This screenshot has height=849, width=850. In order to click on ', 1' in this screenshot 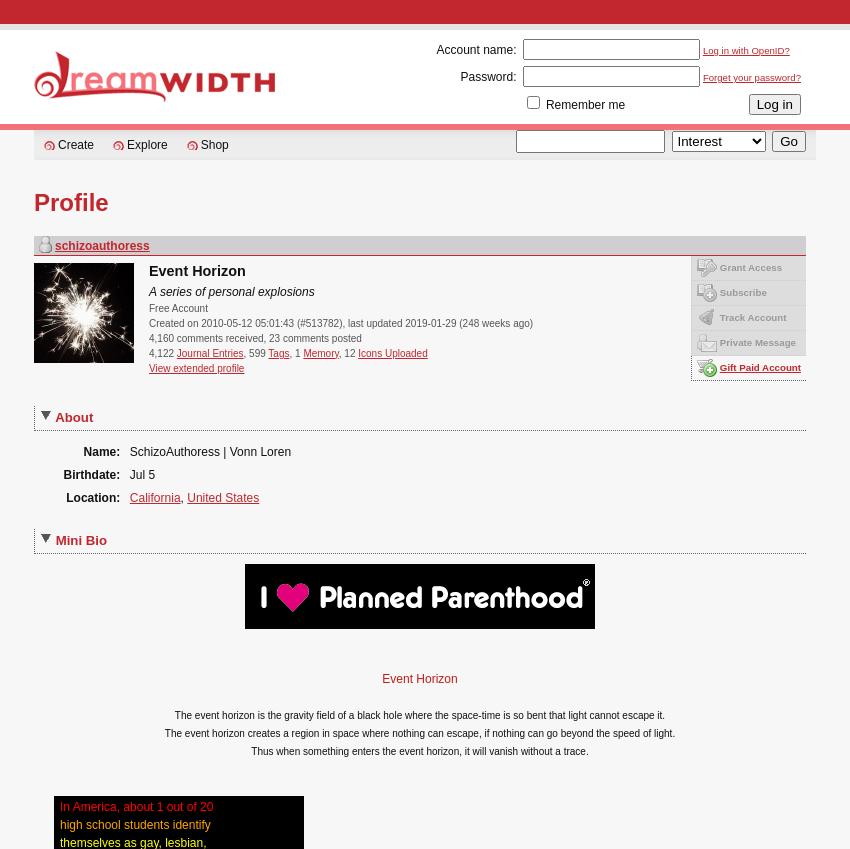, I will do `click(294, 352)`.